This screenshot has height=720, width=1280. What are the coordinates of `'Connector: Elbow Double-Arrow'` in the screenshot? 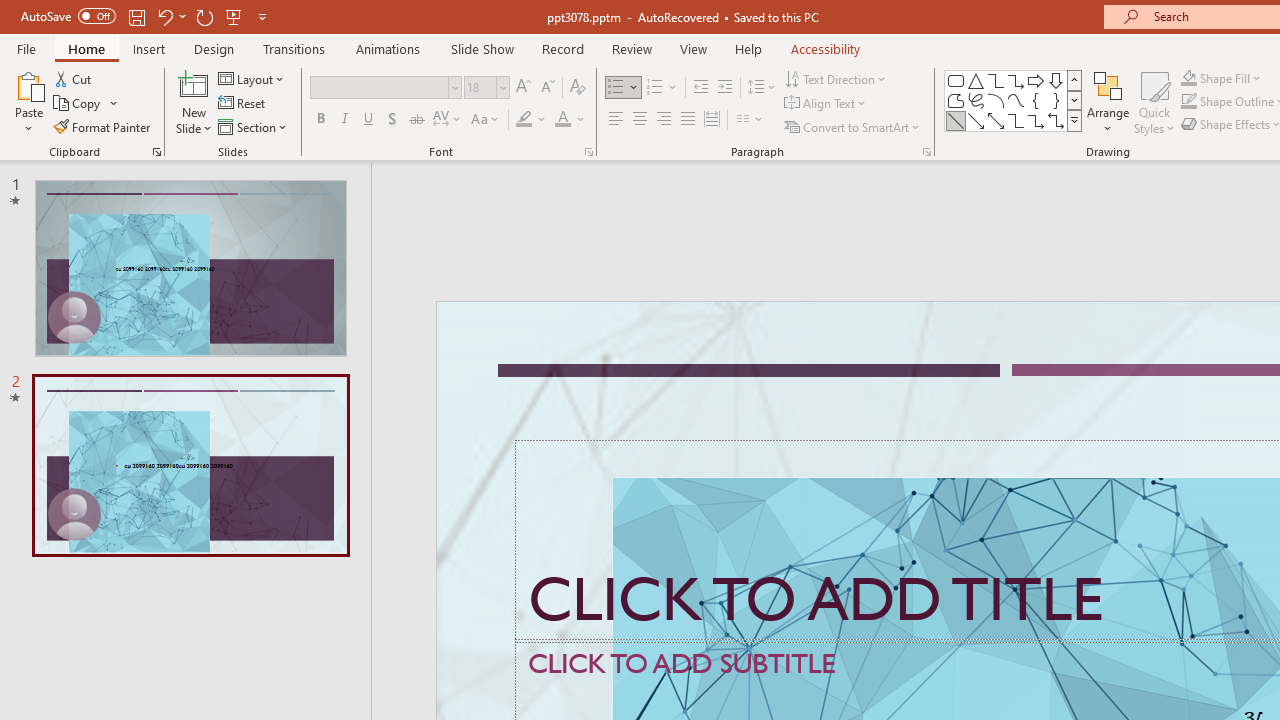 It's located at (1055, 120).